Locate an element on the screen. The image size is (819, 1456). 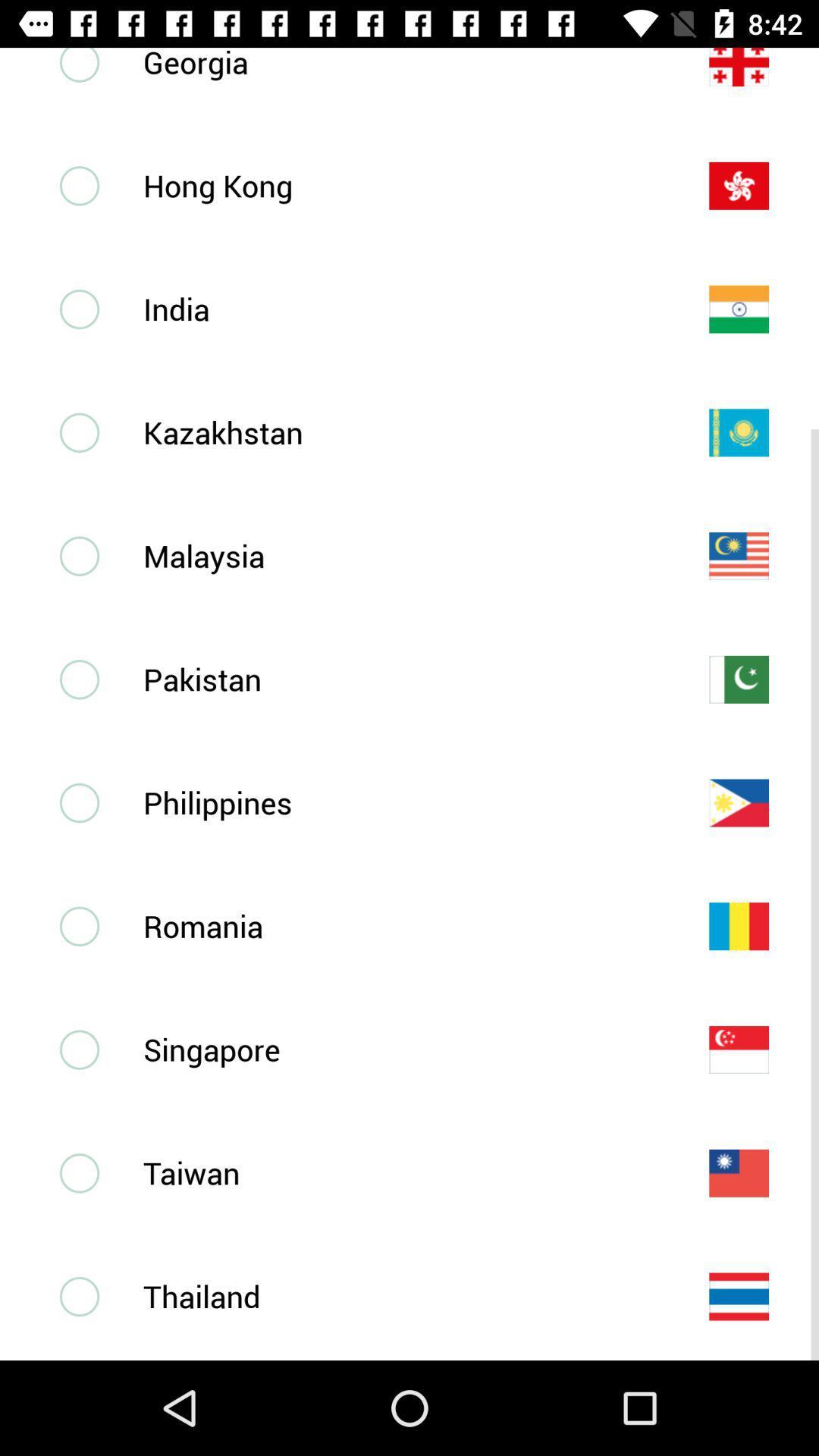
the india item is located at coordinates (400, 308).